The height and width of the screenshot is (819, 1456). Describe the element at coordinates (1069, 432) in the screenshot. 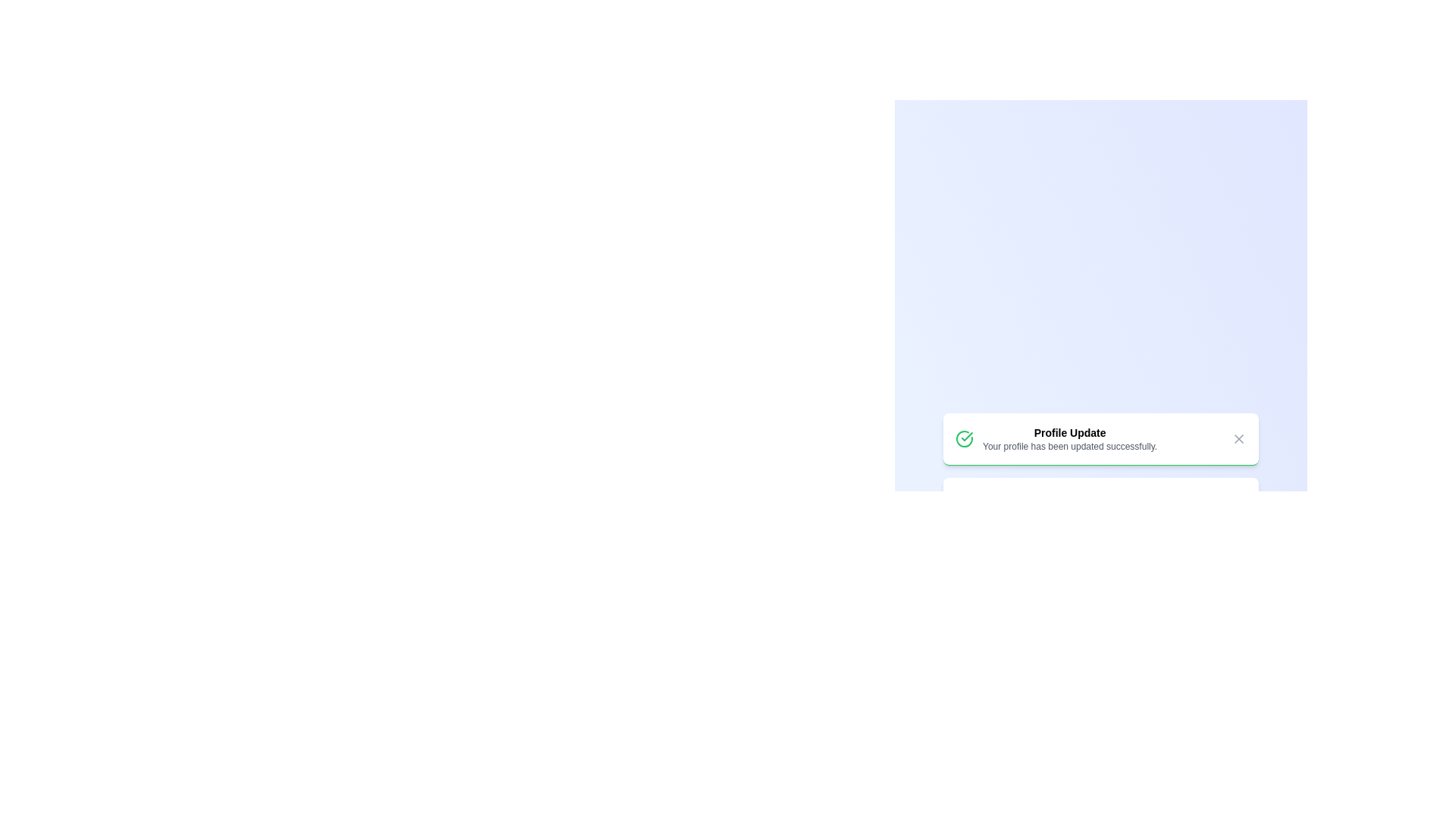

I see `text label saying 'Profile Update', which is styled in bold and located at the top of the notification window` at that location.